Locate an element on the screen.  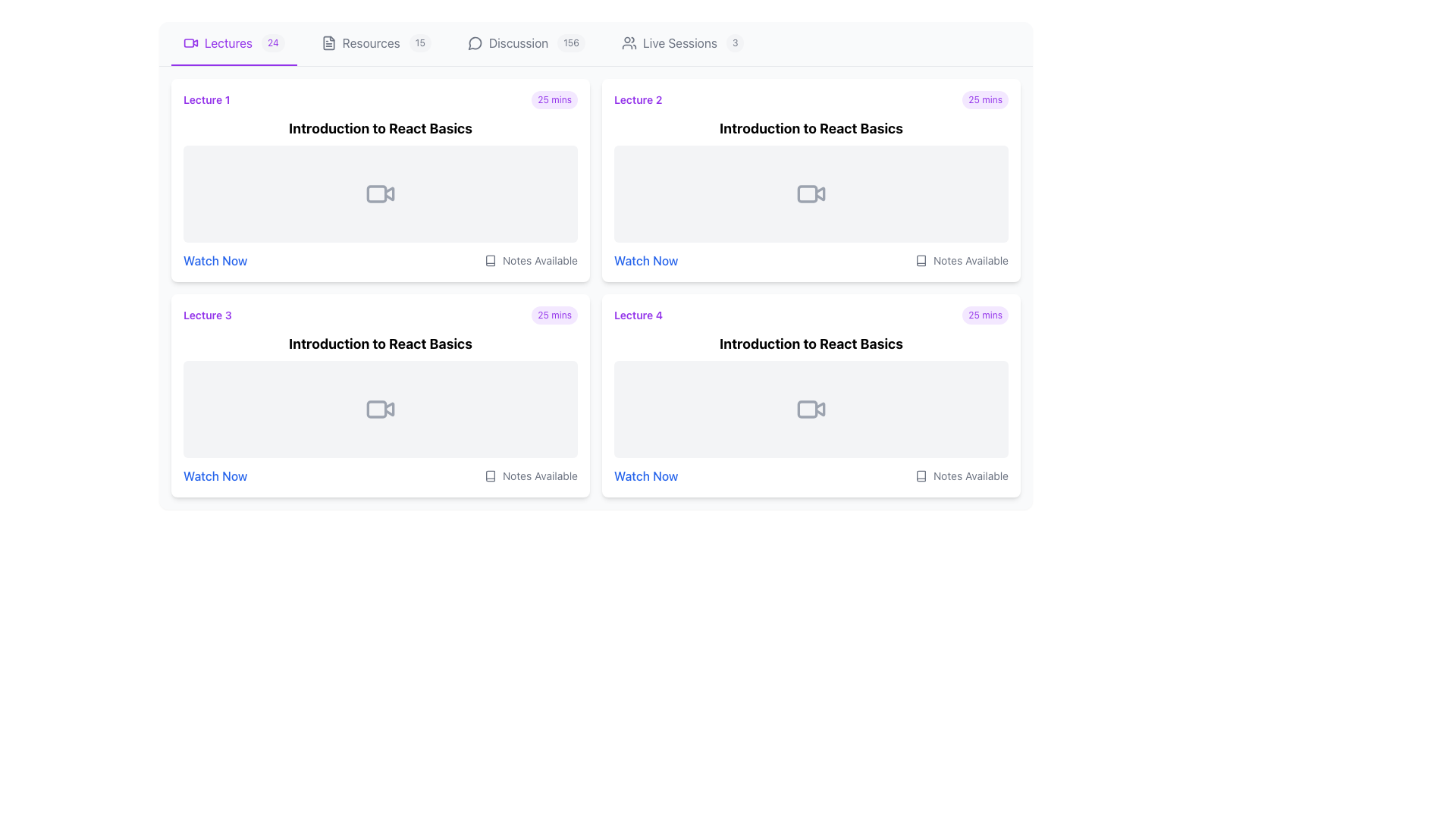
the gray filled rectangular SVG shape with rounded corners located in the left central part of the video icon representation for 'Lecture 3: Introduction to React Basics' is located at coordinates (377, 409).